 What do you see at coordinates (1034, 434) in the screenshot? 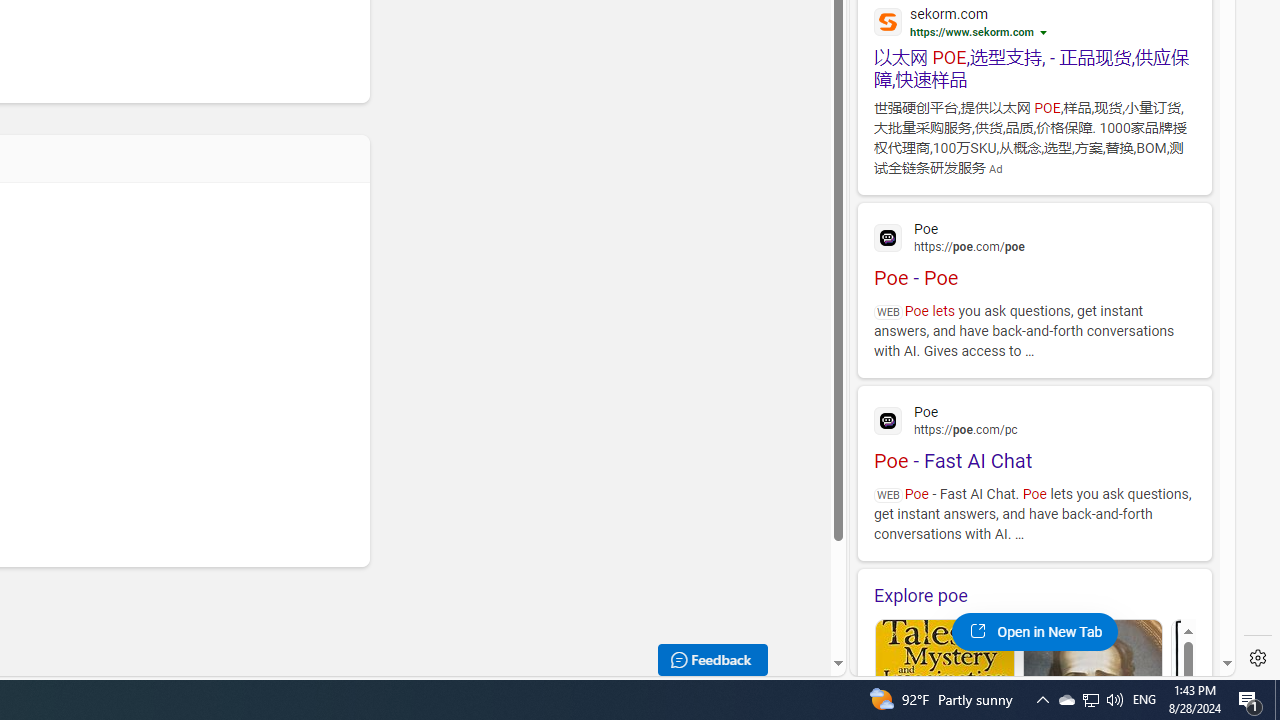
I see `'Poe - Fast AI Chat'` at bounding box center [1034, 434].